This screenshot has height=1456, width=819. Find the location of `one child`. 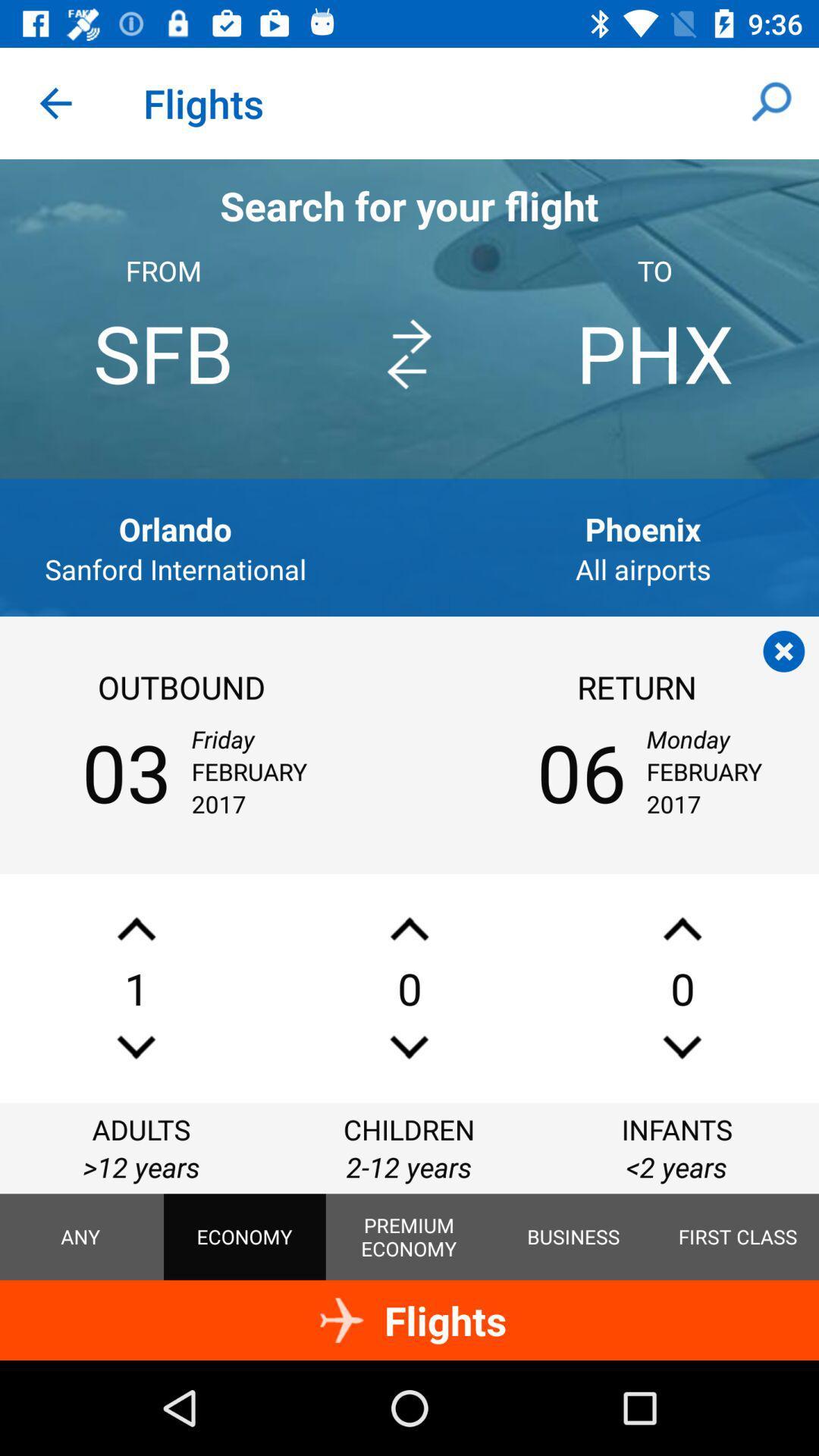

one child is located at coordinates (409, 928).